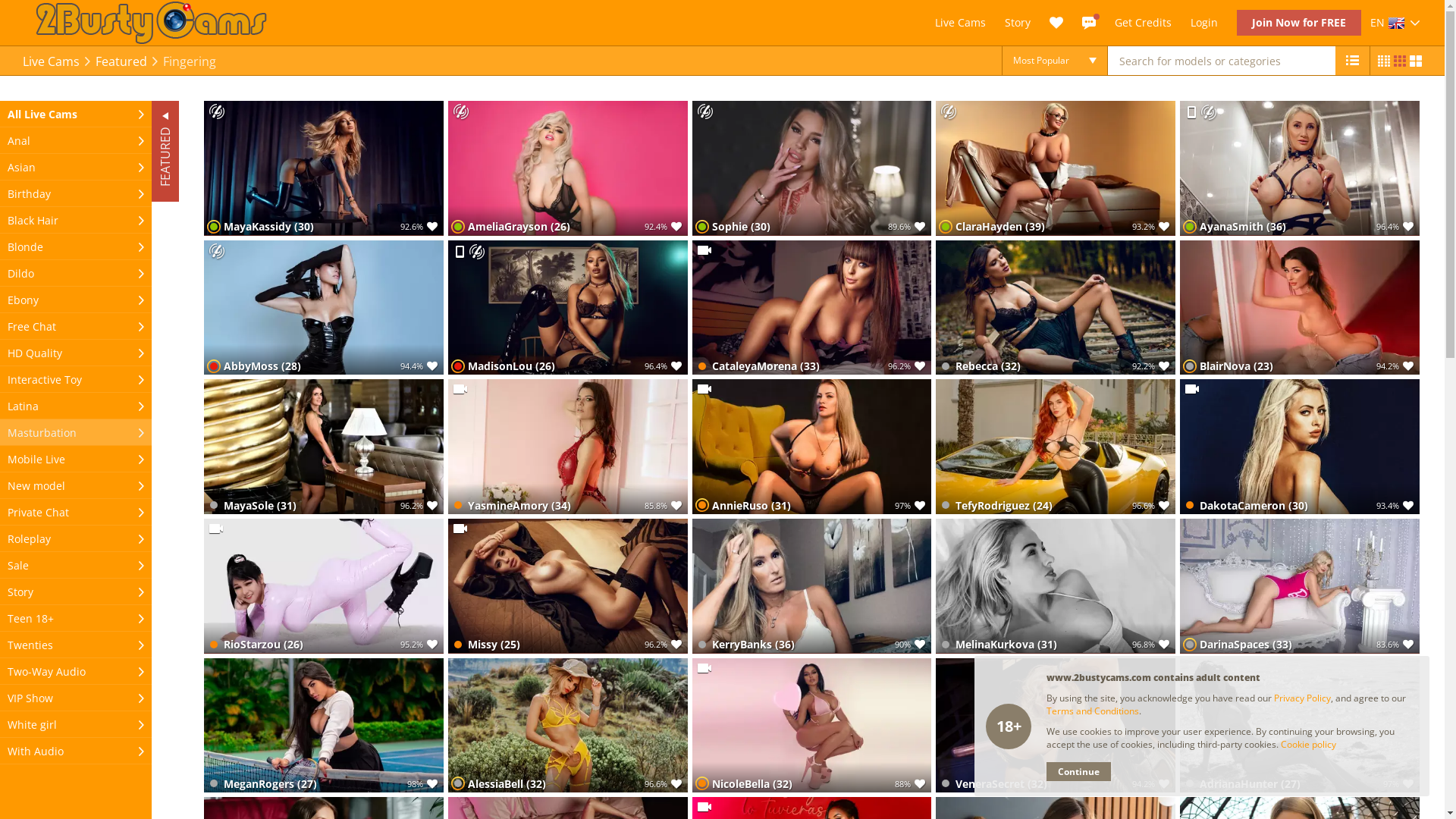 This screenshot has height=819, width=1456. I want to click on 'With Audio', so click(75, 751).